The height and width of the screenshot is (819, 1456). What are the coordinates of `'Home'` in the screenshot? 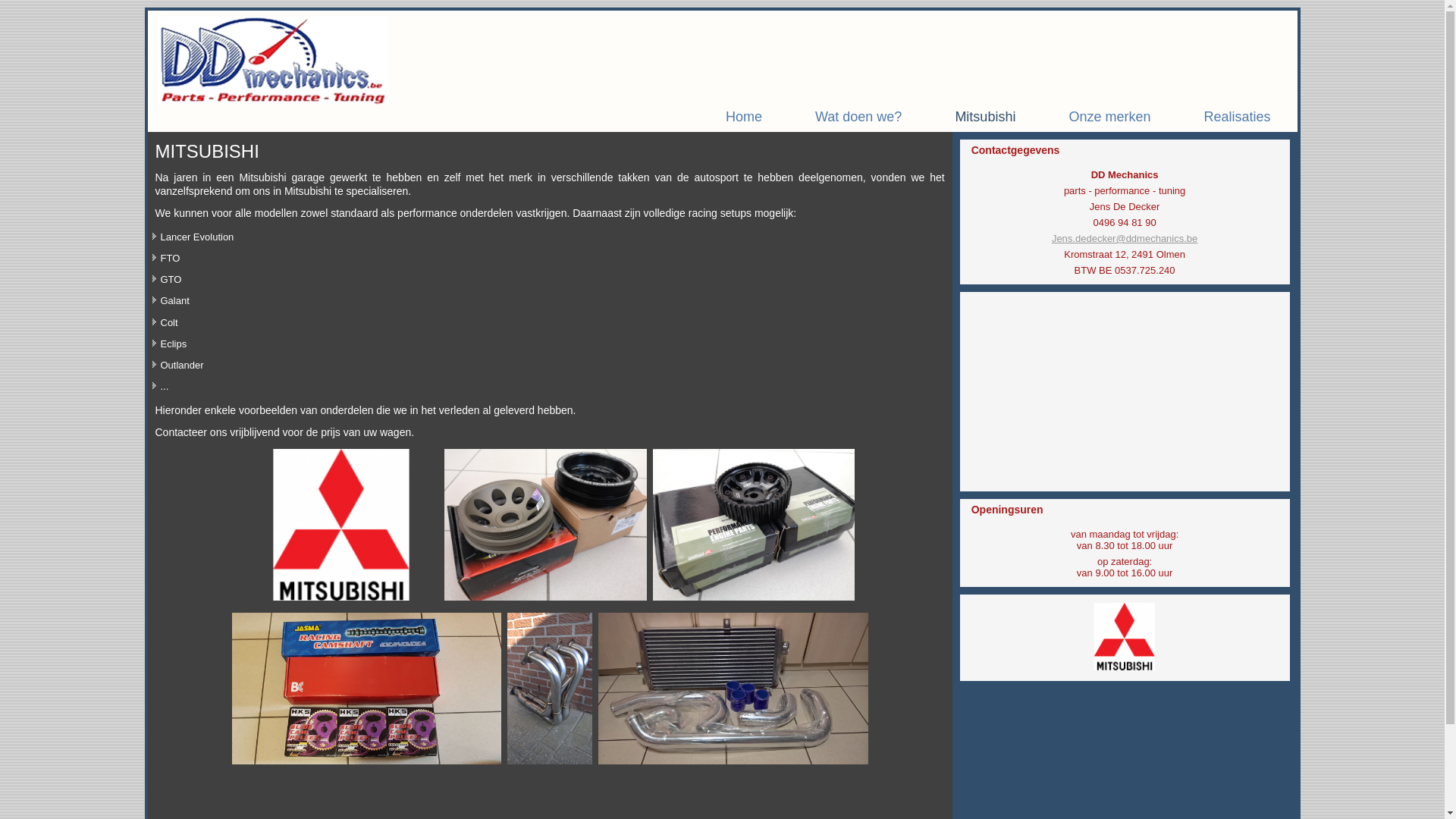 It's located at (698, 116).